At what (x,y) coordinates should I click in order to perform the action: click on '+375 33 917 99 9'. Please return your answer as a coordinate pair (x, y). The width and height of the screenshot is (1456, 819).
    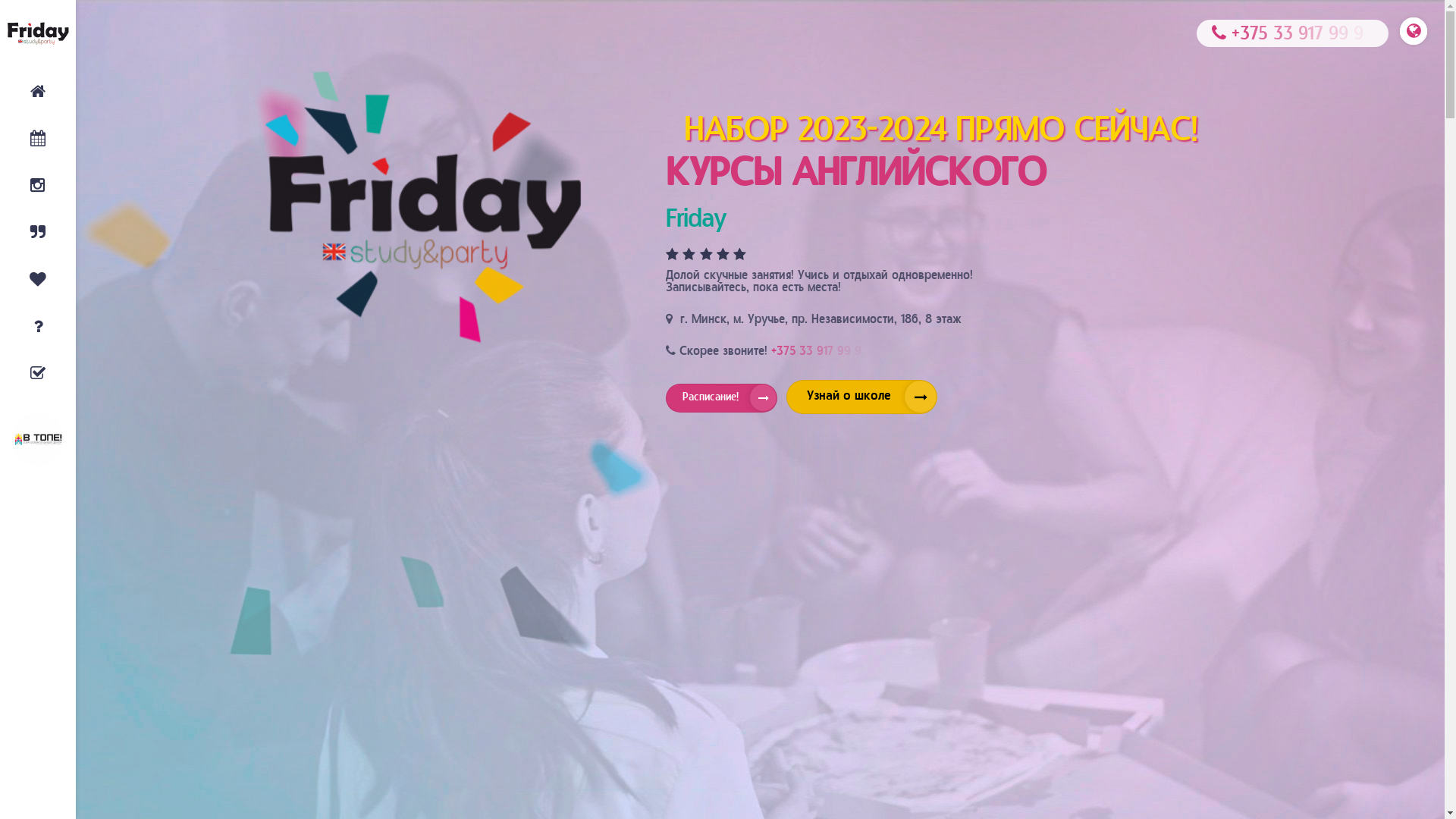
    Looking at the image, I should click on (1291, 33).